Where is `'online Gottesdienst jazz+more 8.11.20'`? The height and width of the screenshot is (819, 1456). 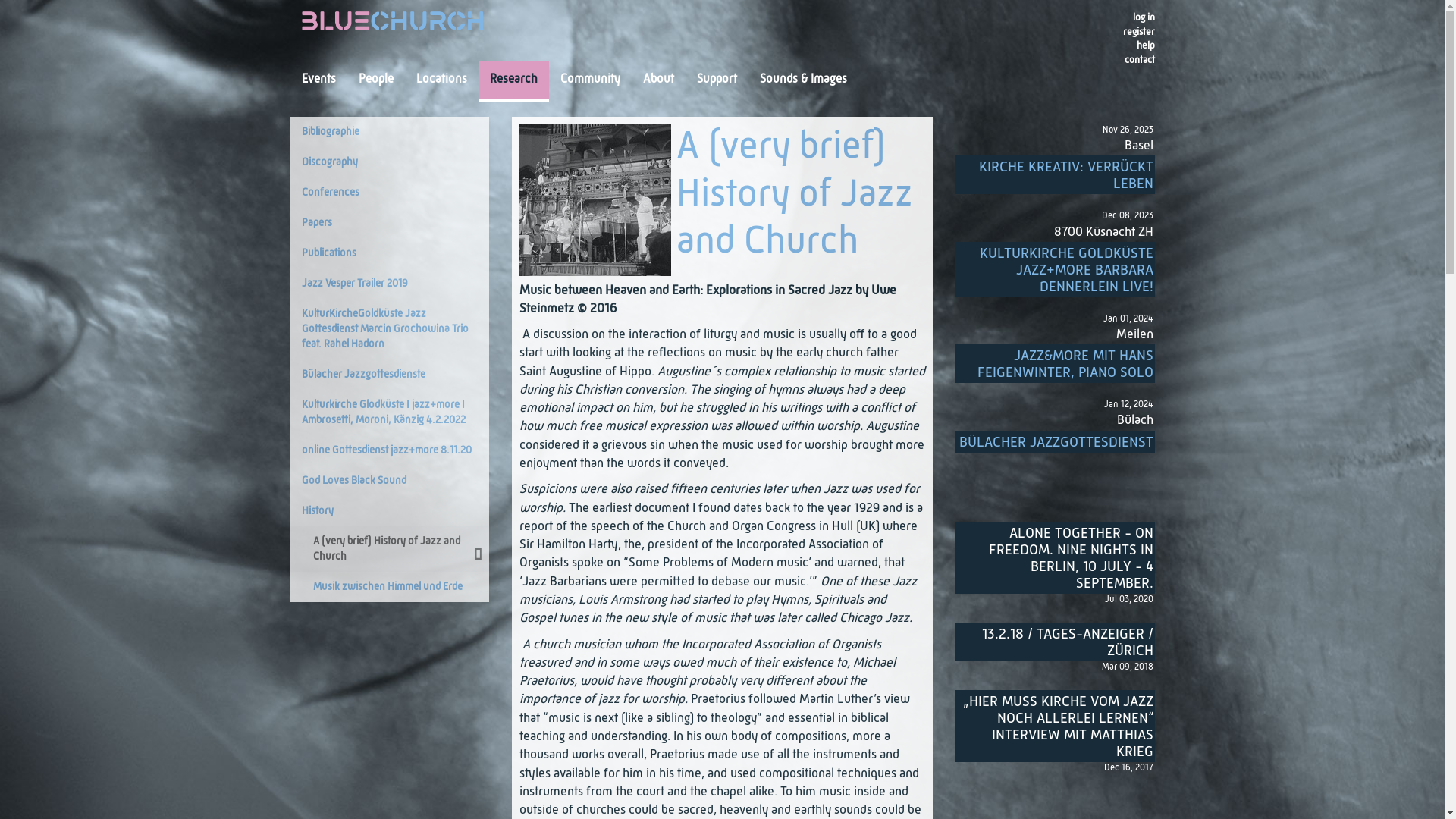 'online Gottesdienst jazz+more 8.11.20' is located at coordinates (389, 450).